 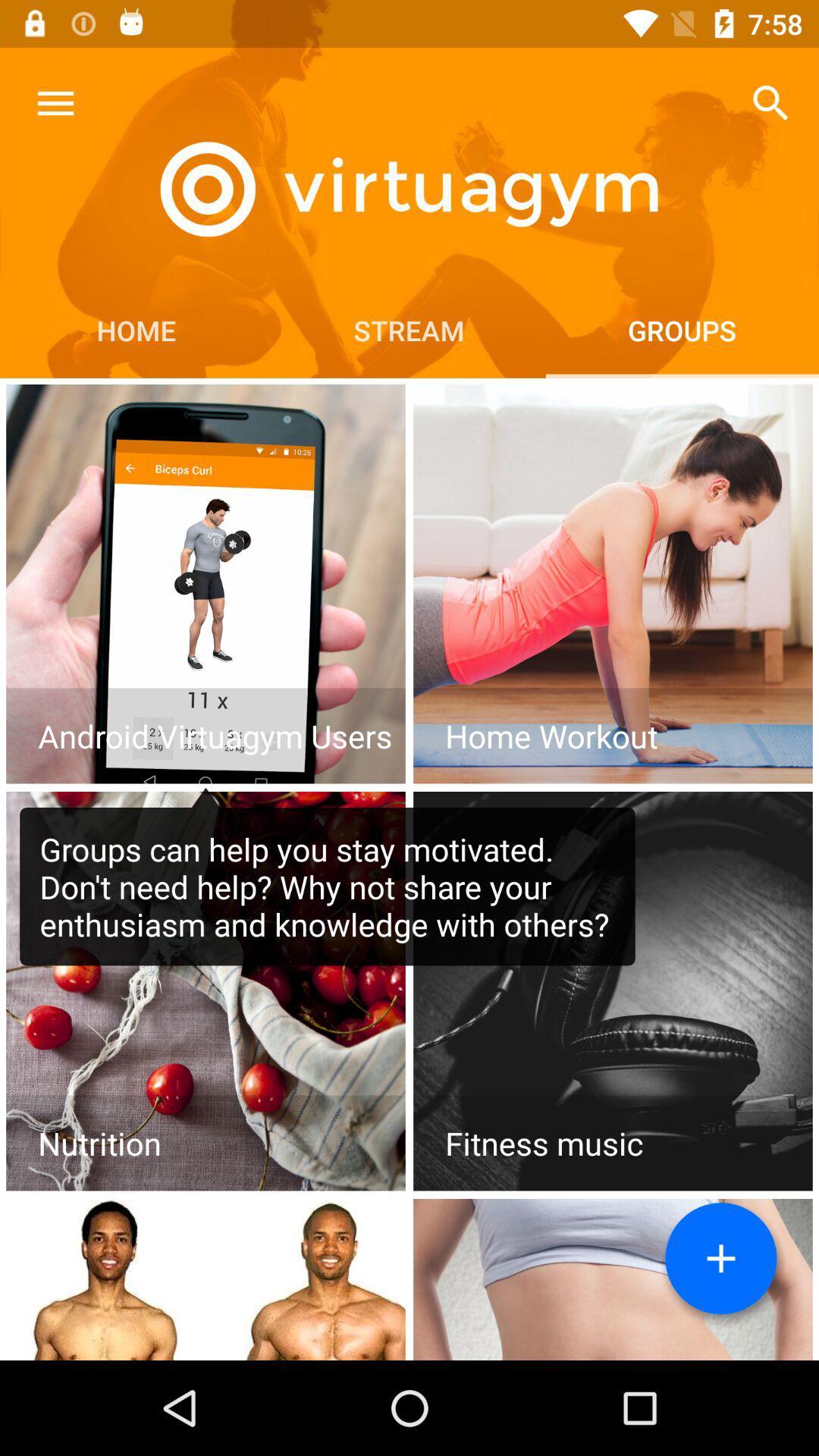 I want to click on fitness music category, so click(x=612, y=991).